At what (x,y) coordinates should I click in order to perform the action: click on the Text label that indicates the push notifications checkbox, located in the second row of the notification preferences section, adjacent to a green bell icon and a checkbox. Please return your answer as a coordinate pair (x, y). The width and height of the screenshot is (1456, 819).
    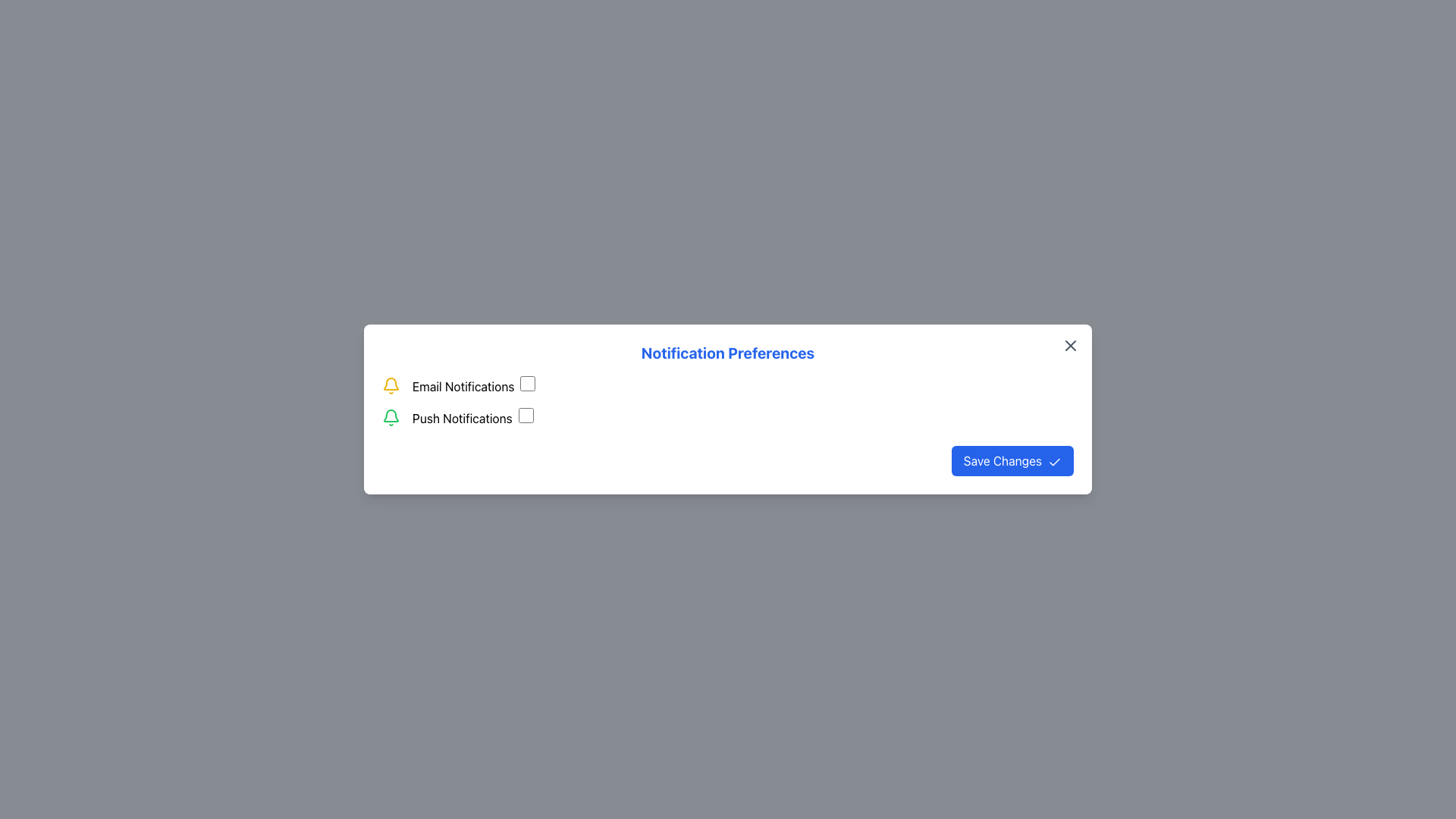
    Looking at the image, I should click on (472, 418).